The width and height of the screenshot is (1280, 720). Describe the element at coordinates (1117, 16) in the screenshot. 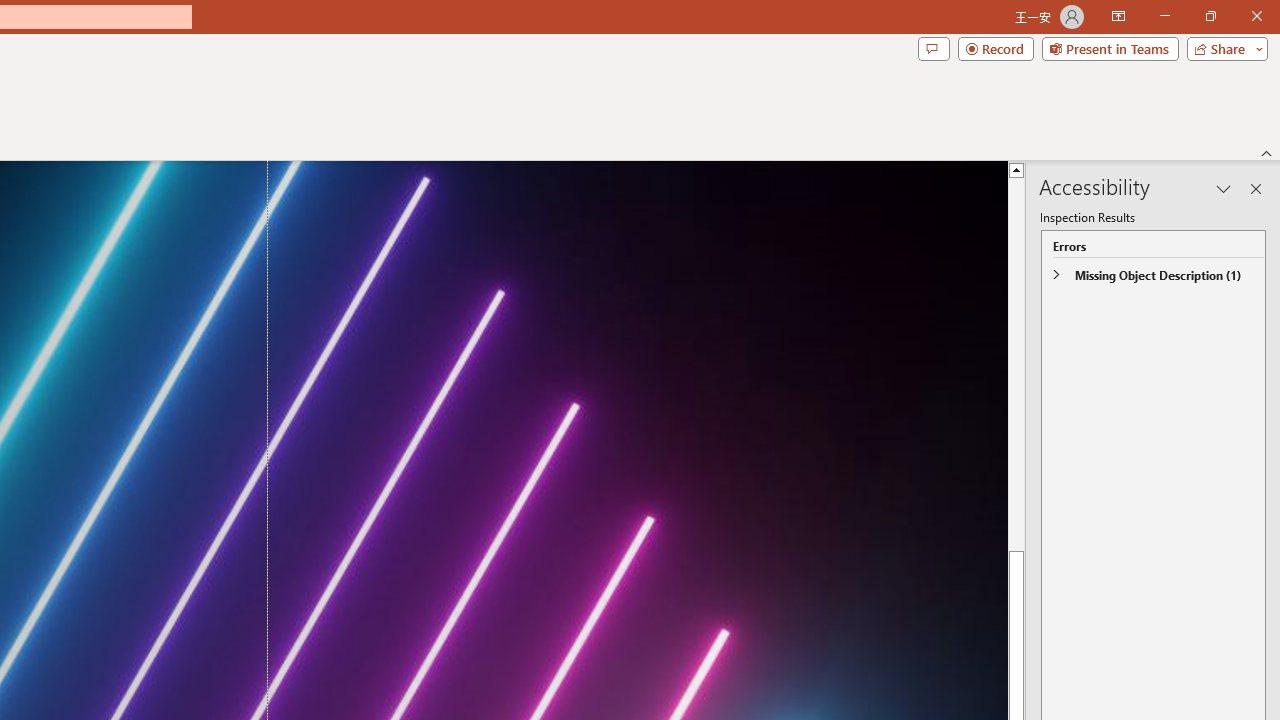

I see `'Ribbon Display Options'` at that location.